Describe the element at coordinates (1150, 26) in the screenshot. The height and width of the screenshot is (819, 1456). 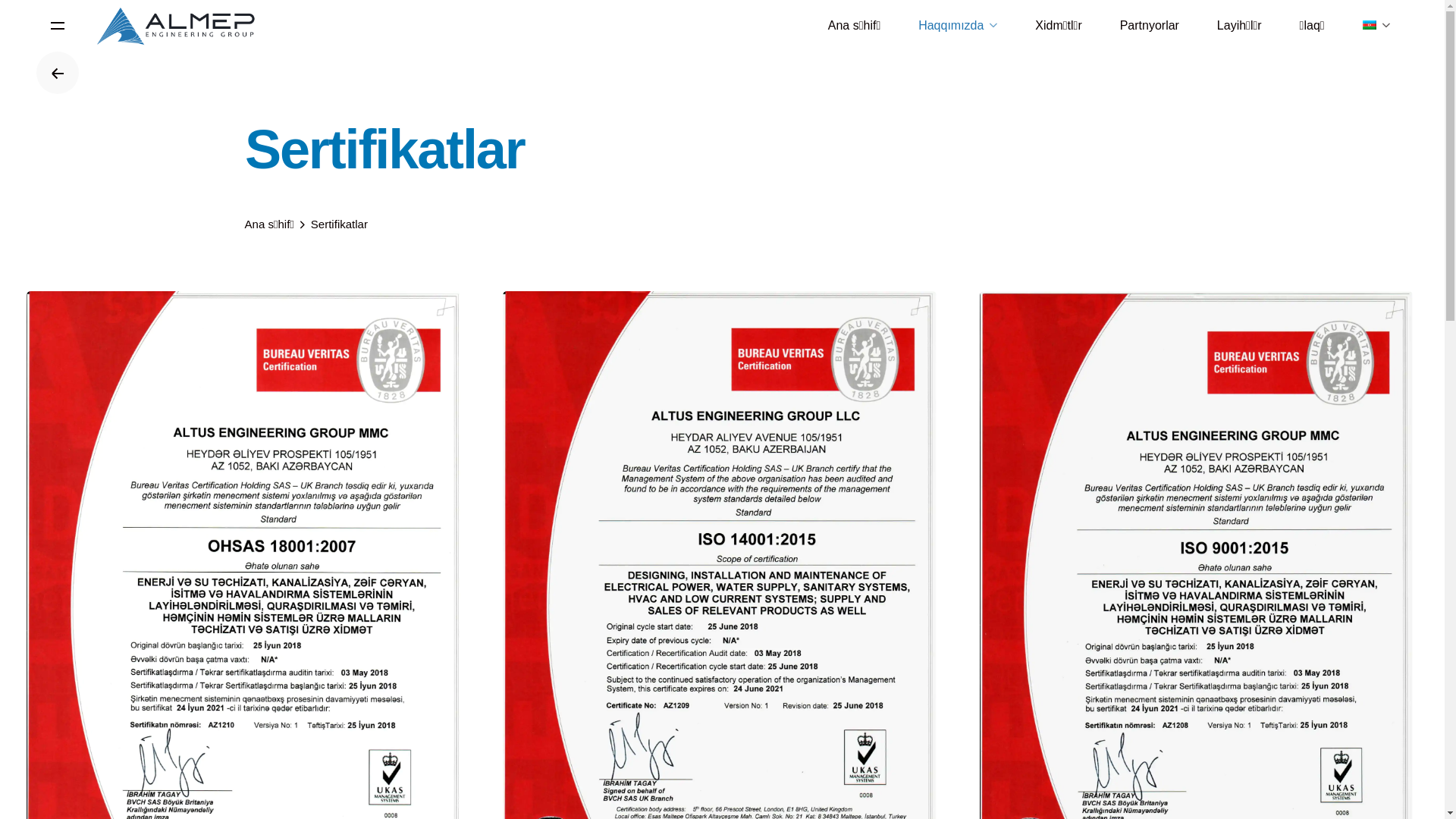
I see `'Partnyorlar'` at that location.